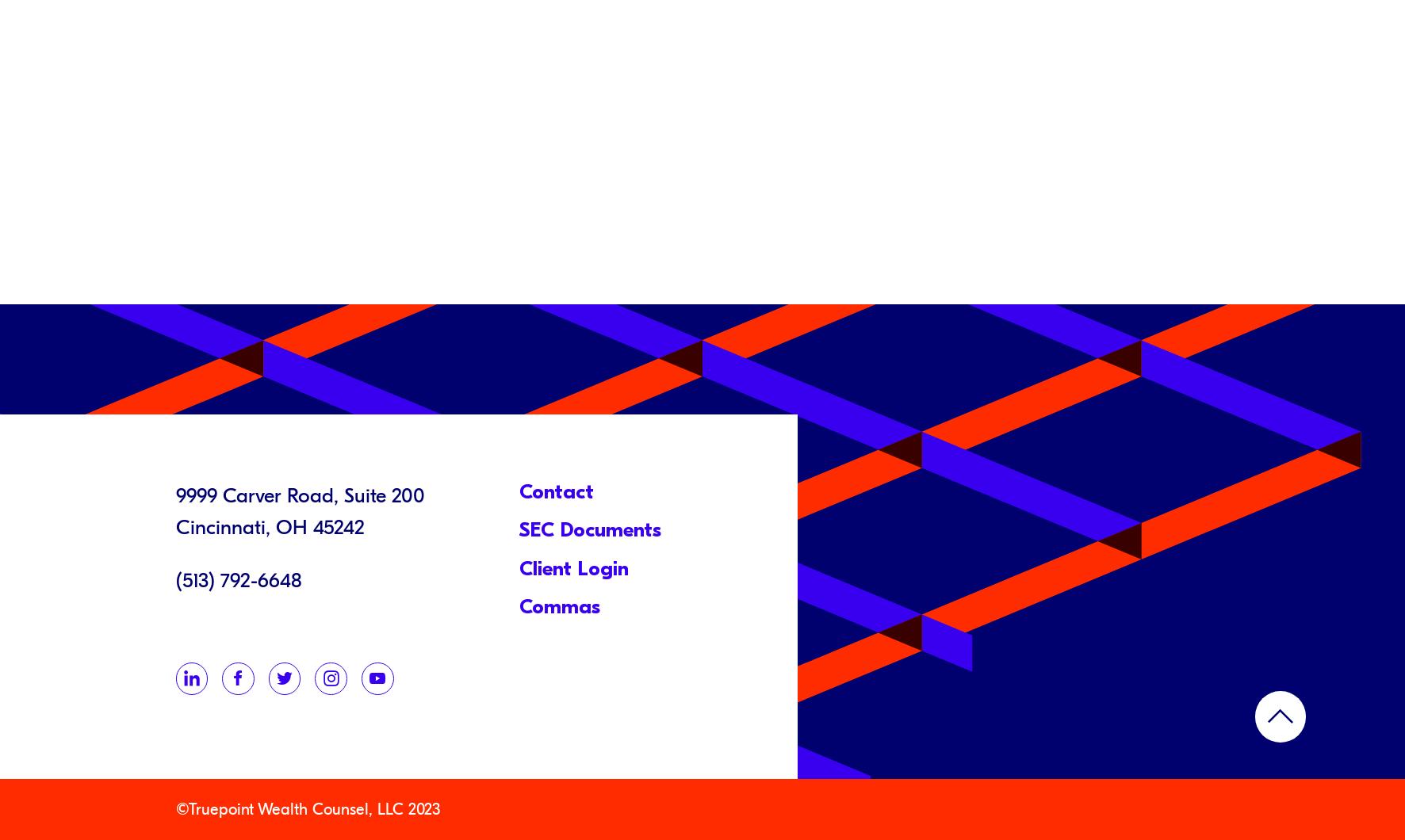 The height and width of the screenshot is (840, 1405). Describe the element at coordinates (299, 494) in the screenshot. I see `'9999 Carver Road, Suite 200'` at that location.